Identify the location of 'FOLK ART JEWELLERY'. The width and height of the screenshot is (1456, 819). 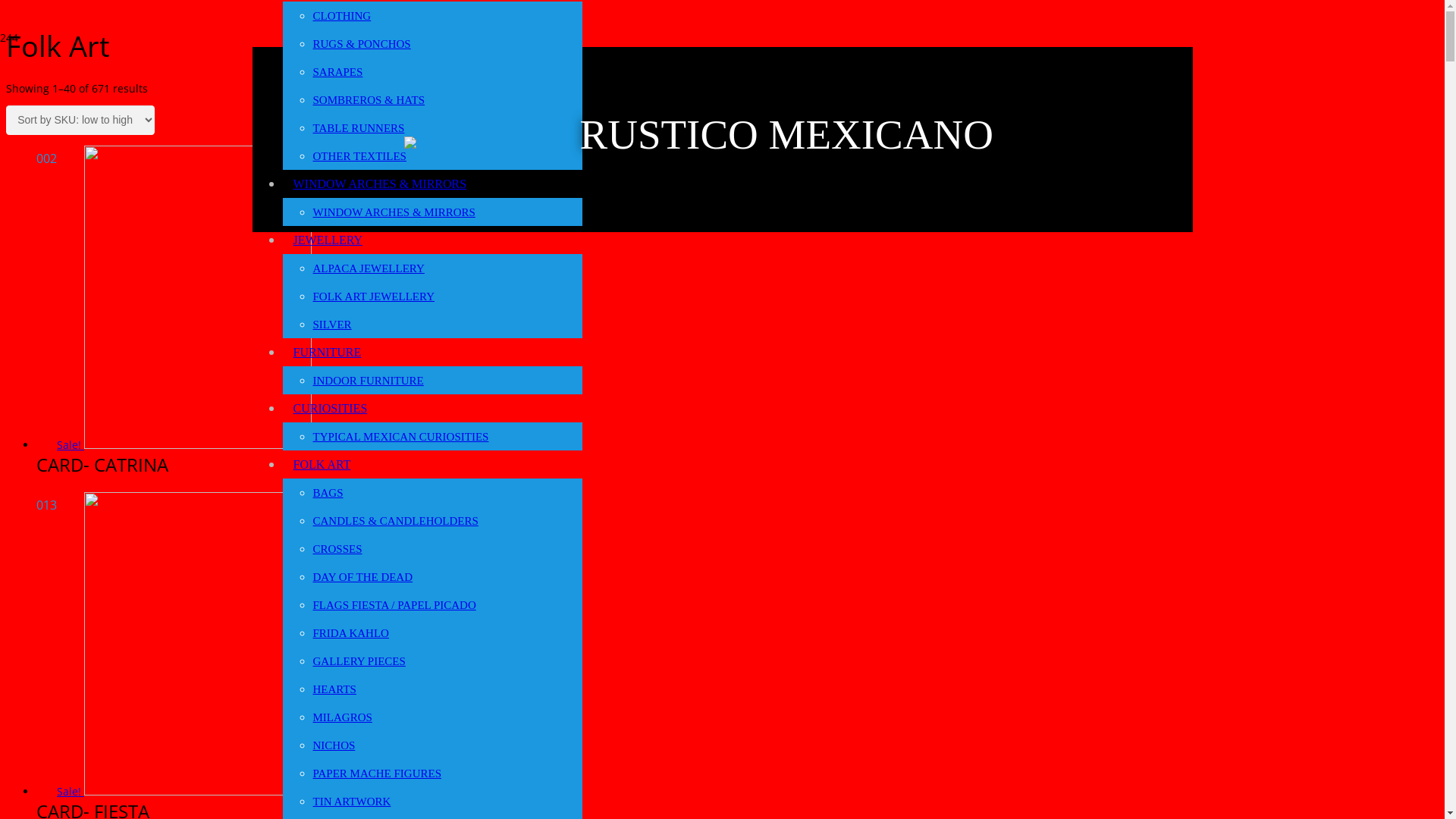
(373, 296).